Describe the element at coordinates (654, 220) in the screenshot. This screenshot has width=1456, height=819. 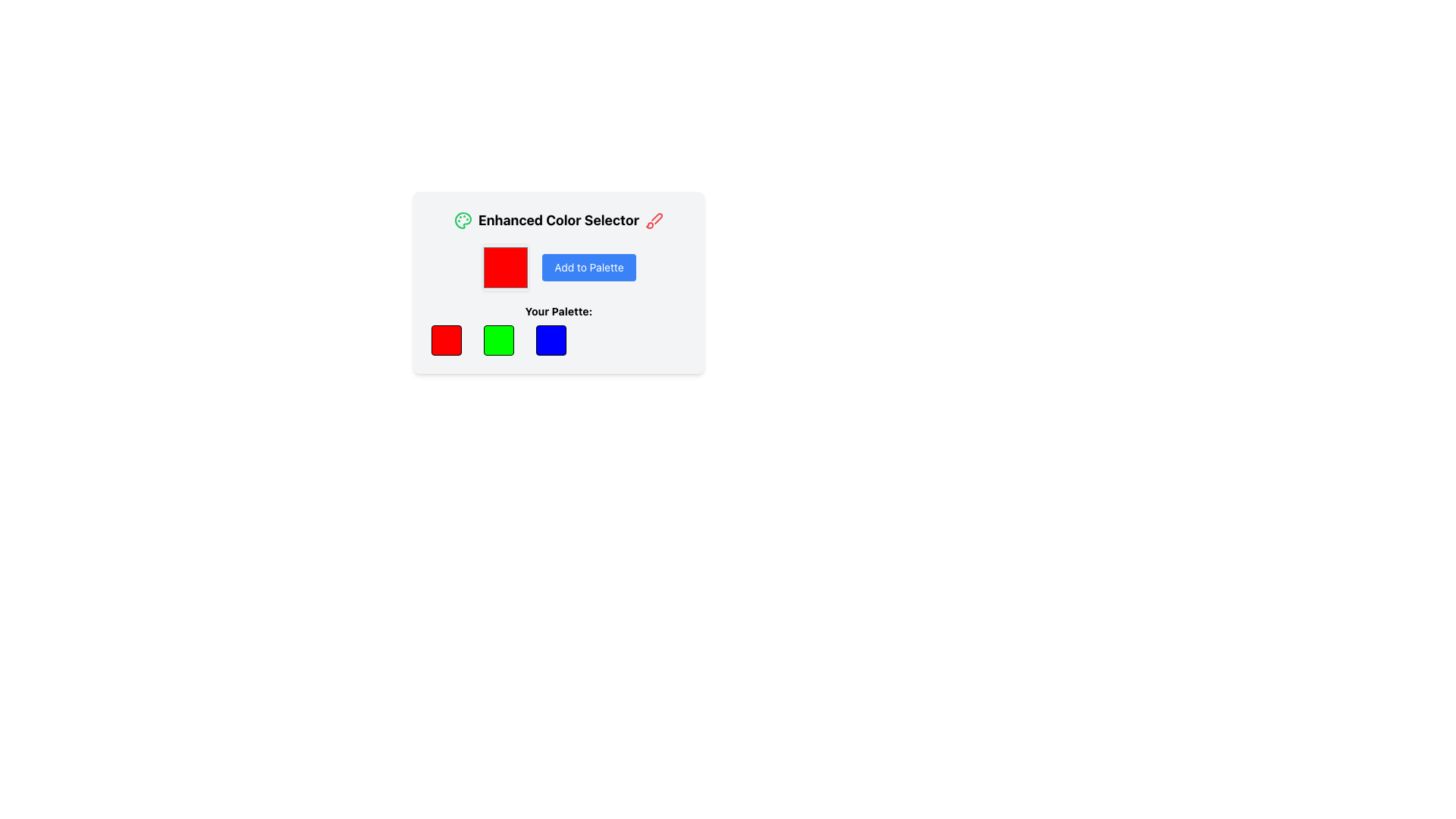
I see `the interactive button or icon for editing or applying a brush action in the top-right corner of the 'Enhanced Color Selector' section, located to the right of the title text 'Enhanced Color Selector'` at that location.